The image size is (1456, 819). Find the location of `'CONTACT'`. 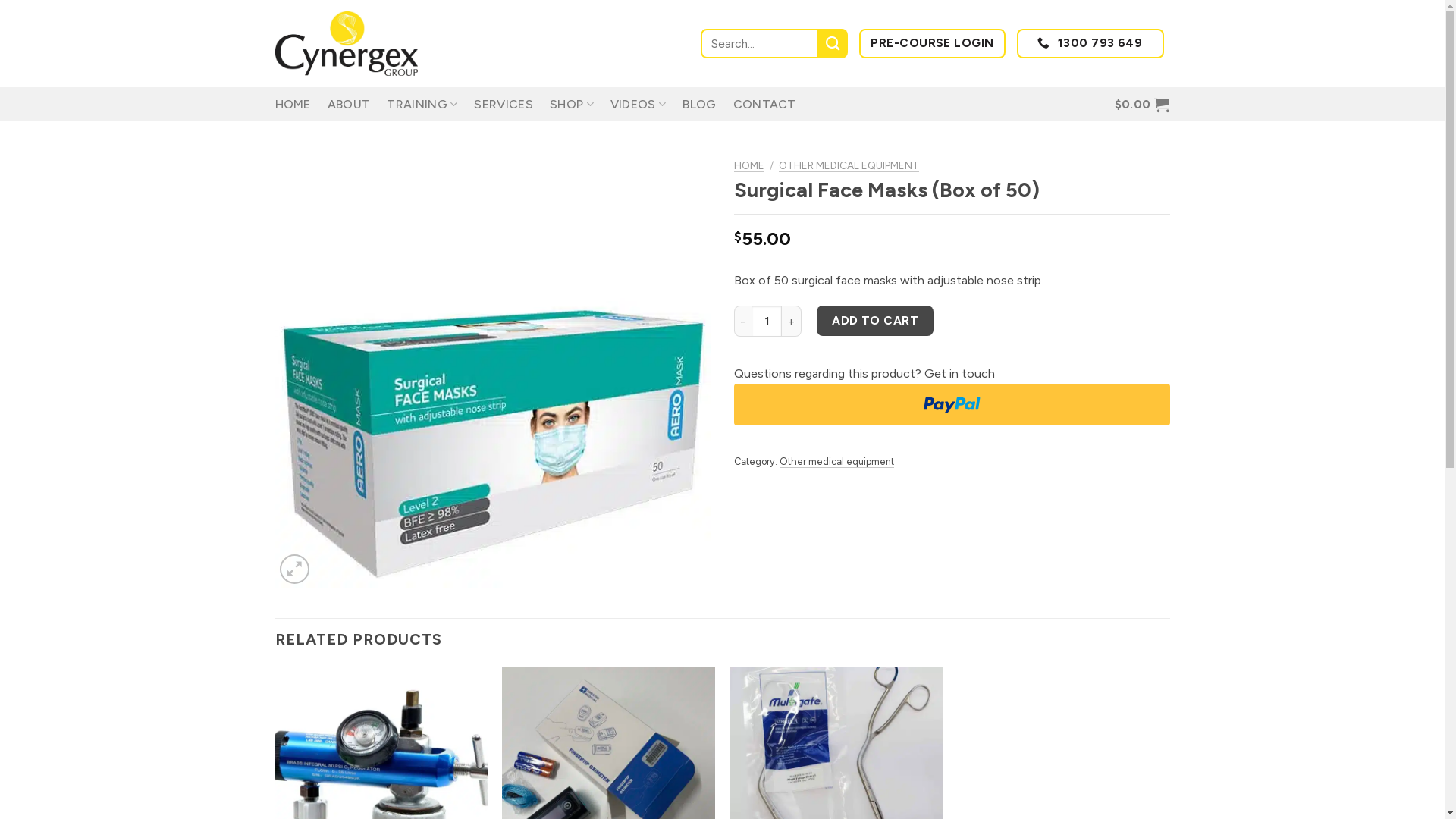

'CONTACT' is located at coordinates (764, 104).